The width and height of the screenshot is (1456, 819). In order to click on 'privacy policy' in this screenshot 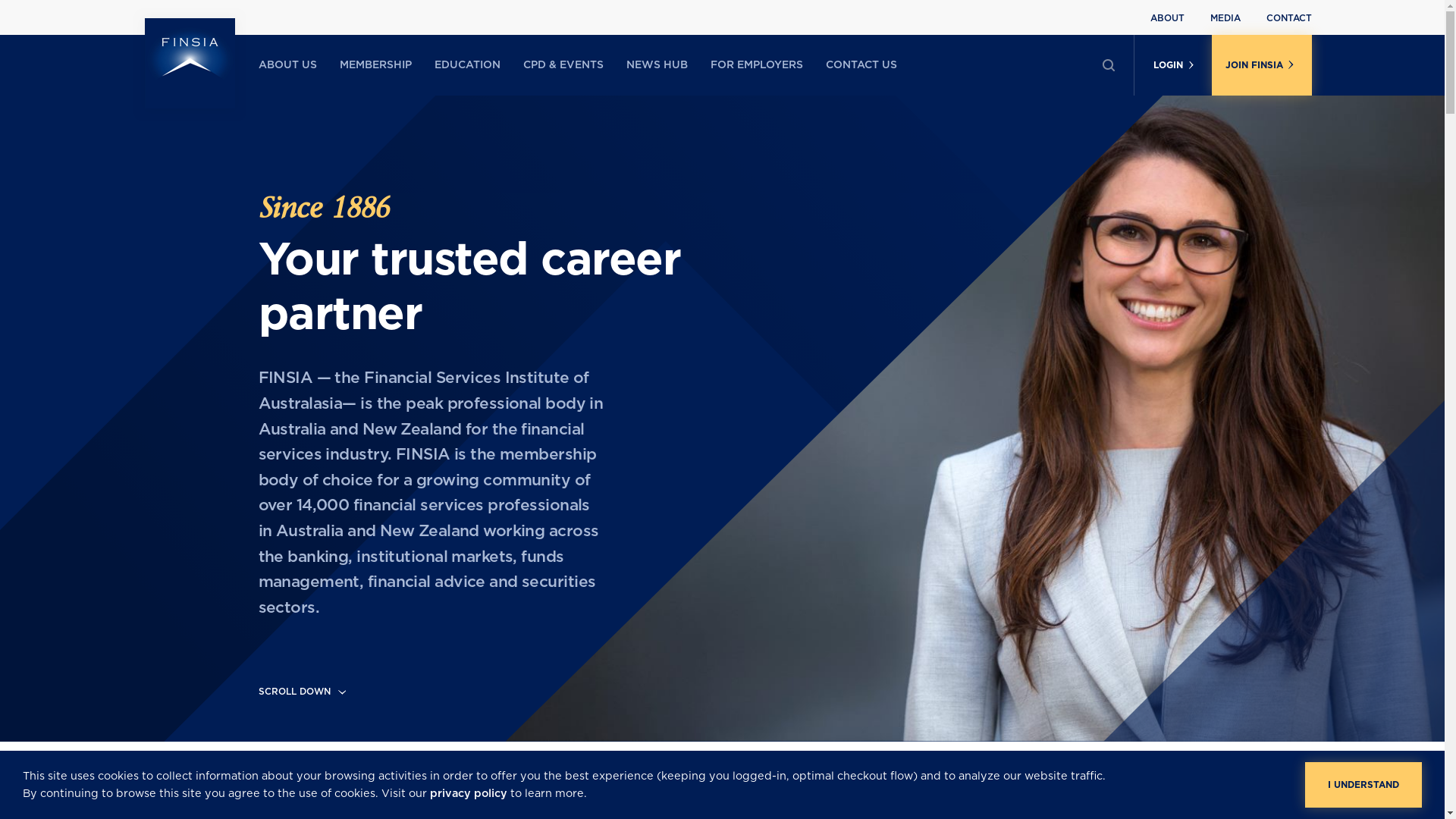, I will do `click(468, 792)`.